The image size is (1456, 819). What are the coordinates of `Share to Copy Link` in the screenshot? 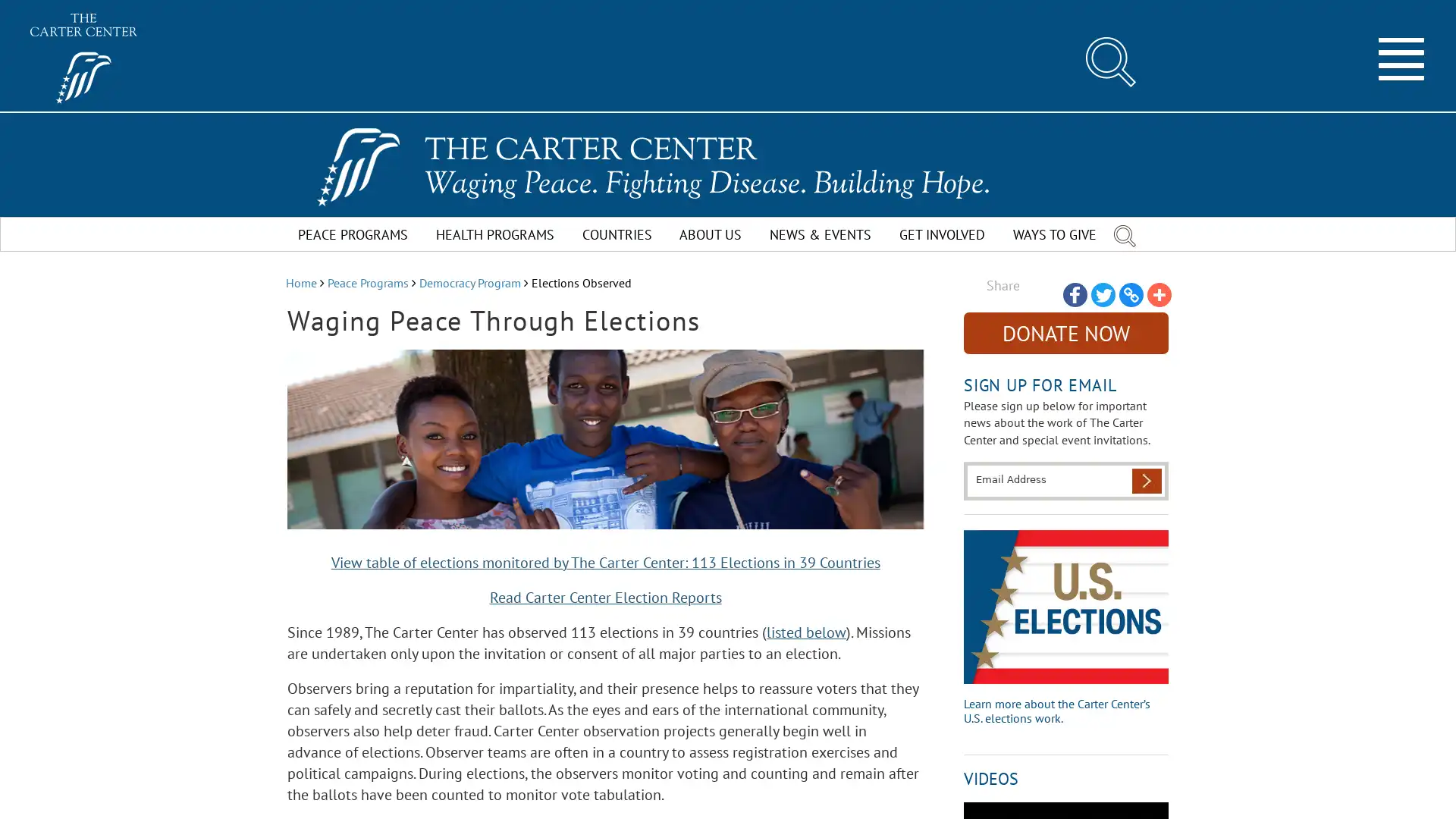 It's located at (1131, 180).